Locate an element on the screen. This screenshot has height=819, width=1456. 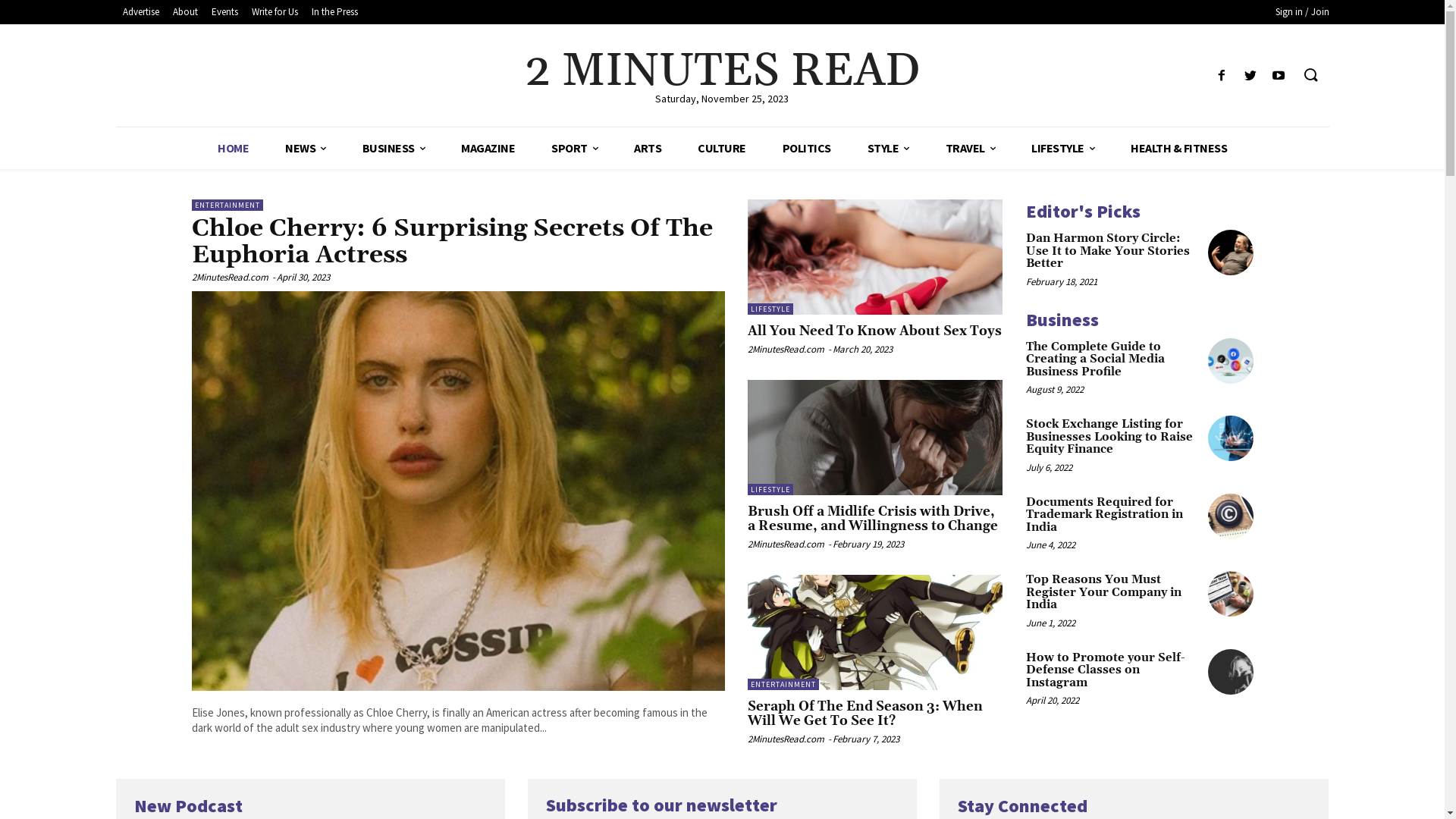
'Advertise' is located at coordinates (115, 11).